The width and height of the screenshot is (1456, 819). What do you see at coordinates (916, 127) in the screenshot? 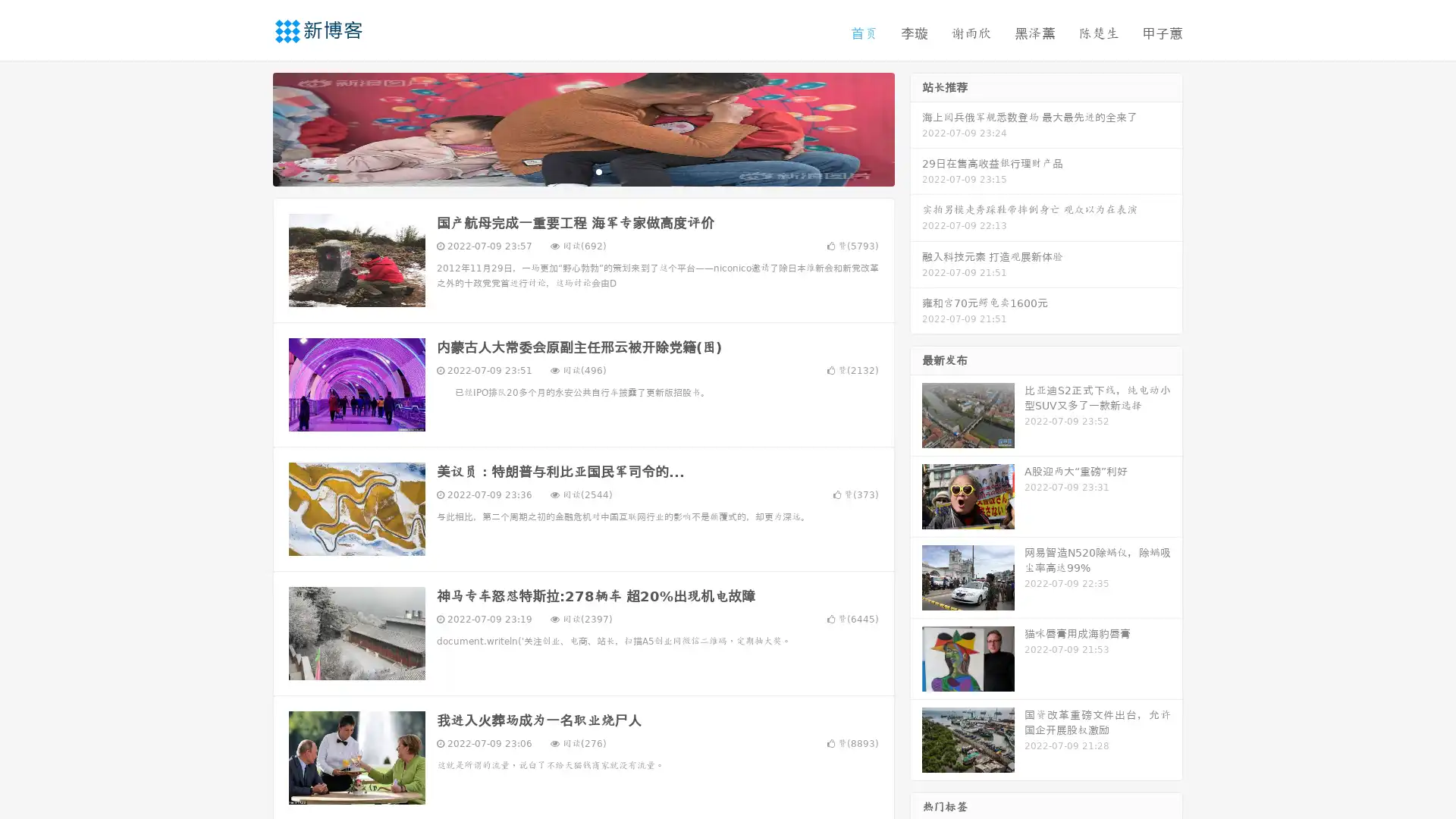
I see `Next slide` at bounding box center [916, 127].